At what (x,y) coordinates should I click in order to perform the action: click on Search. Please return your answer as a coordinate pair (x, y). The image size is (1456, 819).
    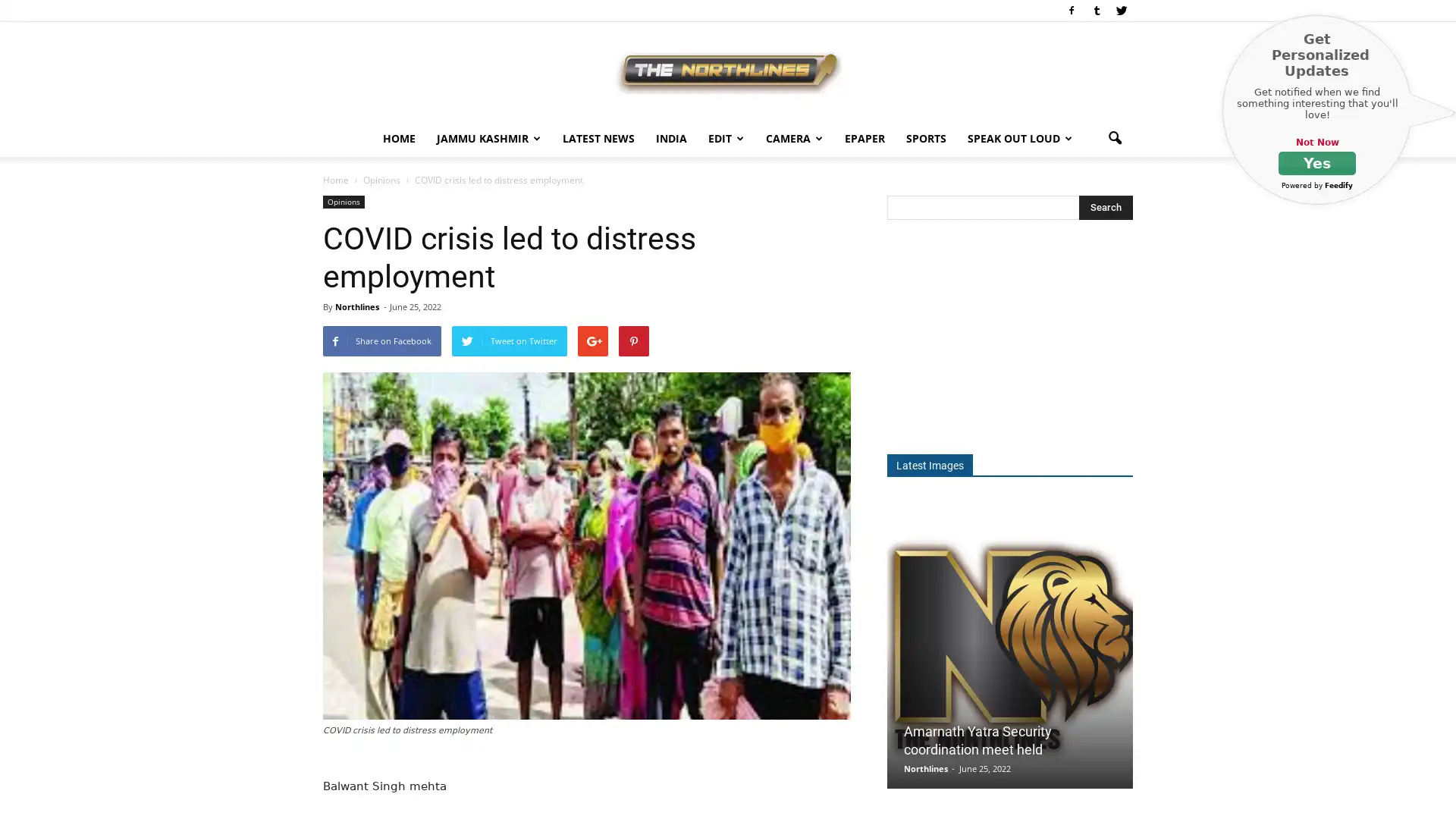
    Looking at the image, I should click on (1106, 207).